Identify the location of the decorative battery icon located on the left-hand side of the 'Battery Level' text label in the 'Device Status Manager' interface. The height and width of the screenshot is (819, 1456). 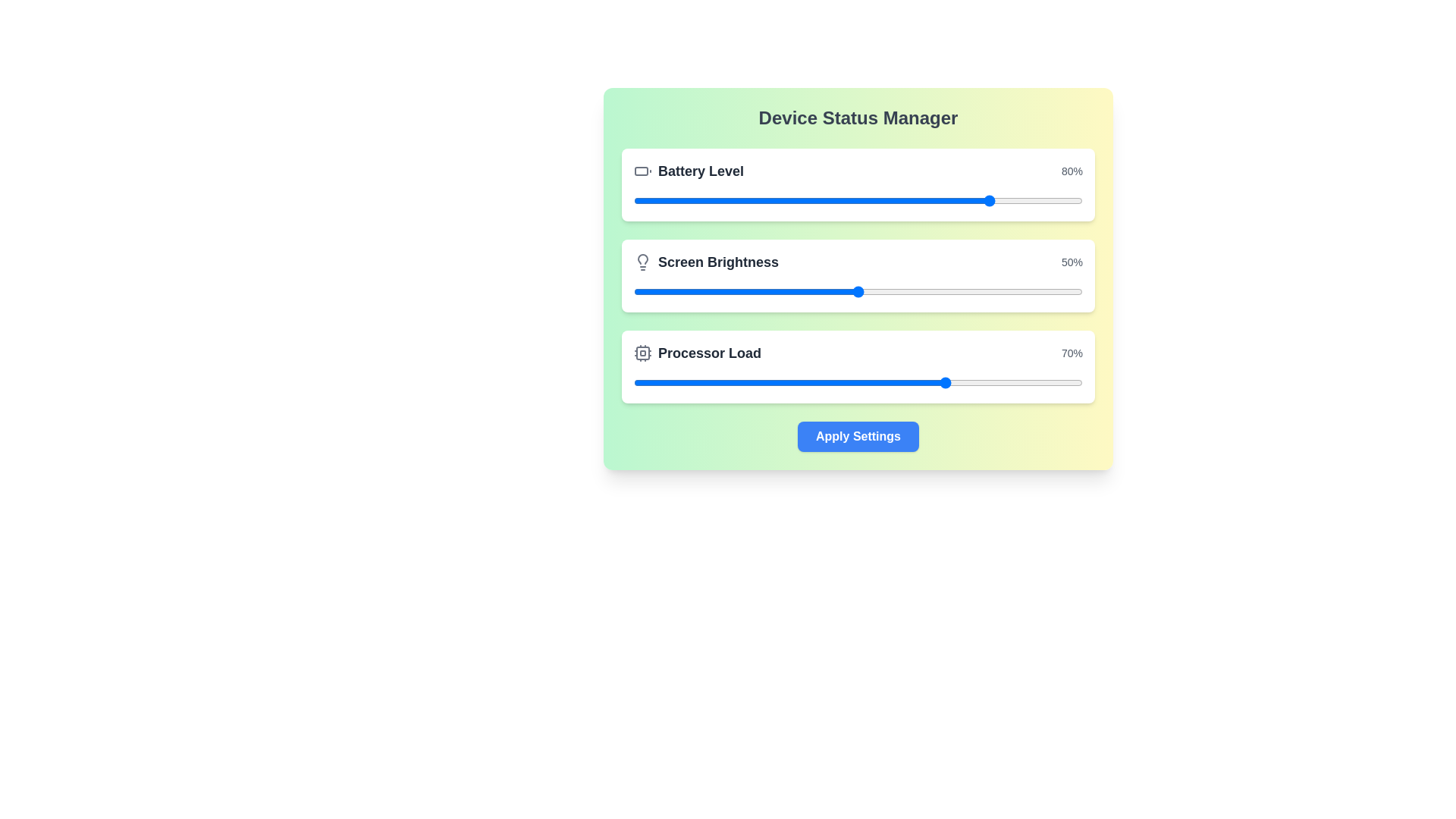
(643, 171).